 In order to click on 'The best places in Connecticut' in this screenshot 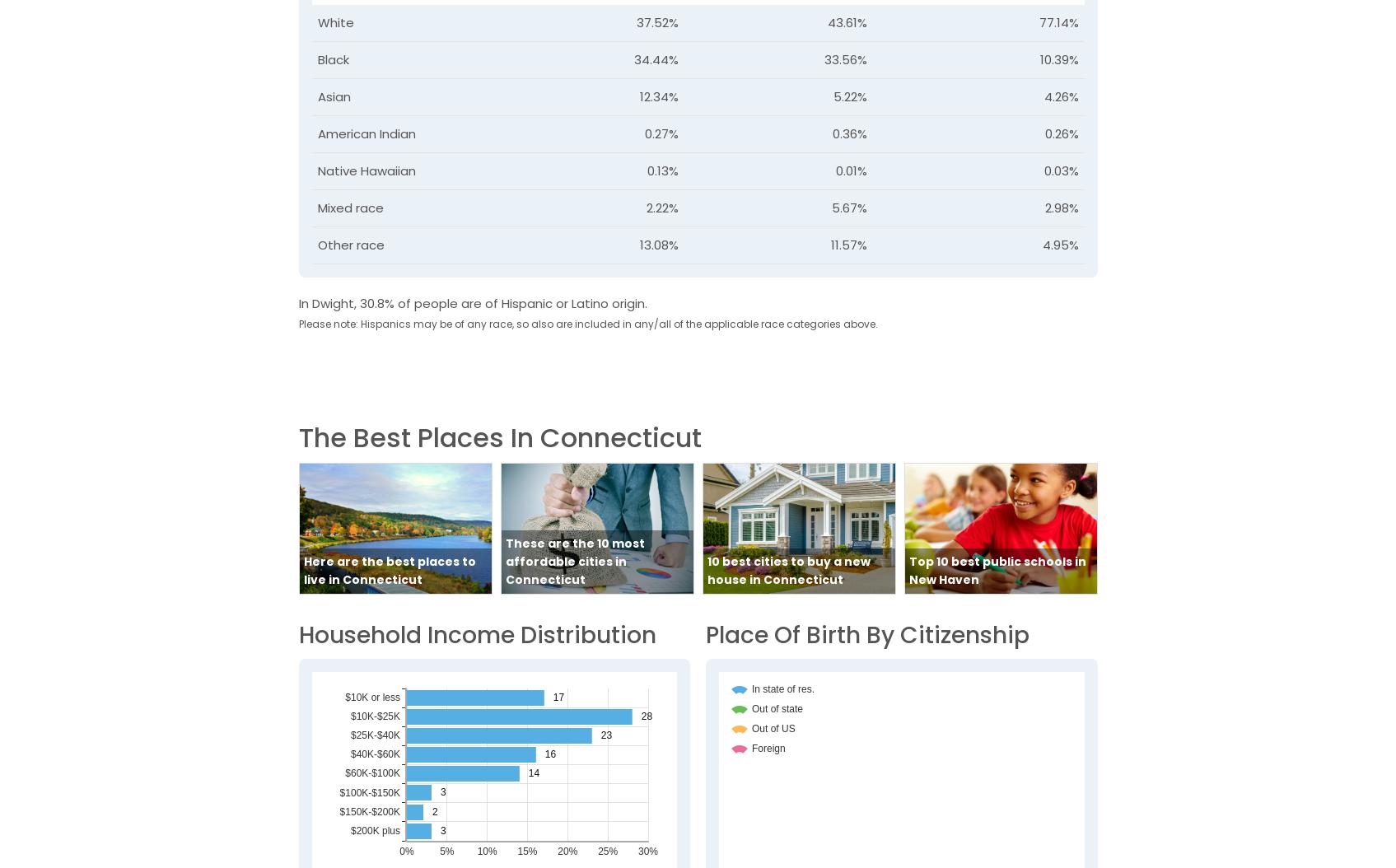, I will do `click(498, 436)`.